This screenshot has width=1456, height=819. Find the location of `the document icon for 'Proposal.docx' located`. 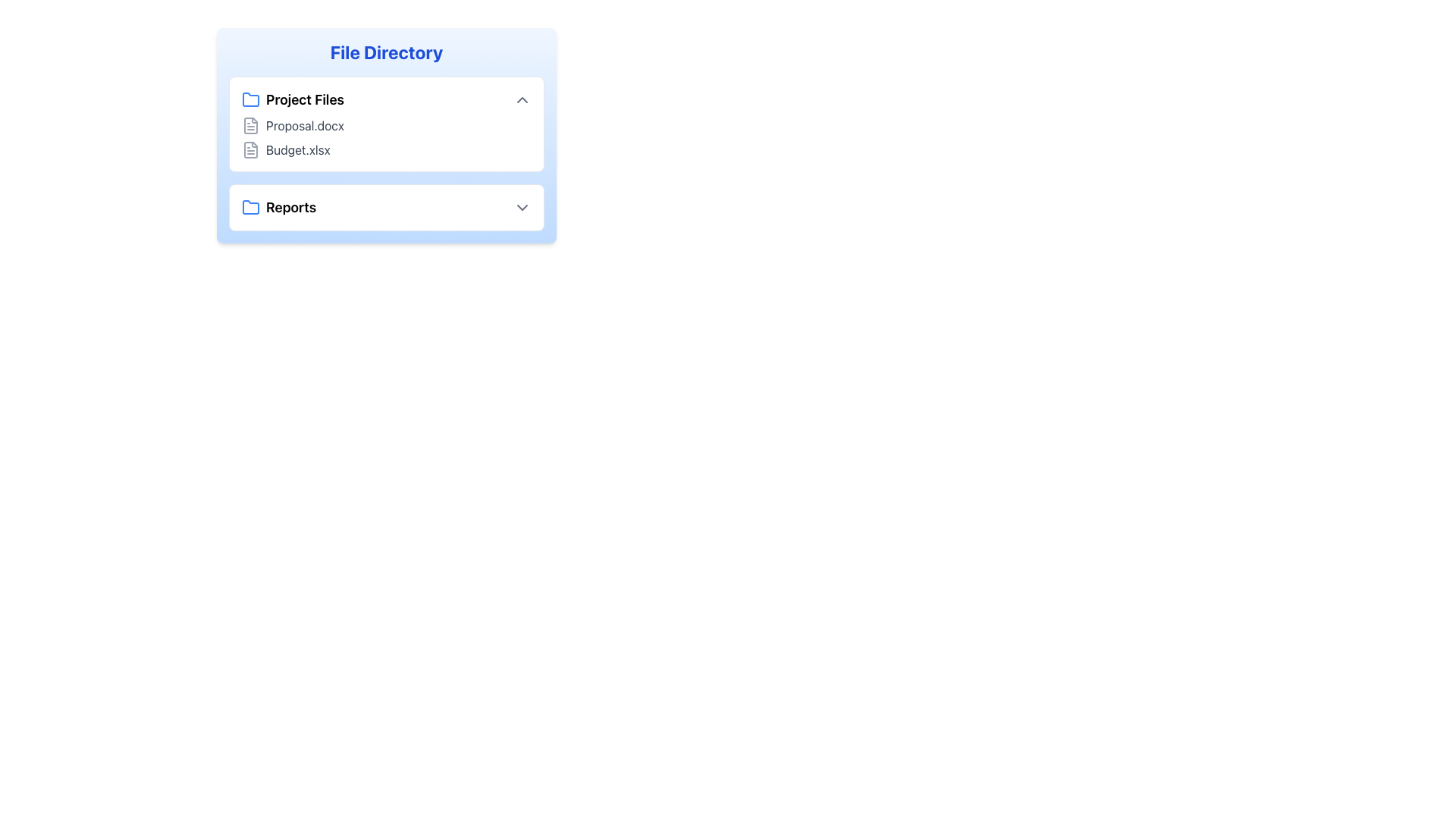

the document icon for 'Proposal.docx' located is located at coordinates (251, 124).